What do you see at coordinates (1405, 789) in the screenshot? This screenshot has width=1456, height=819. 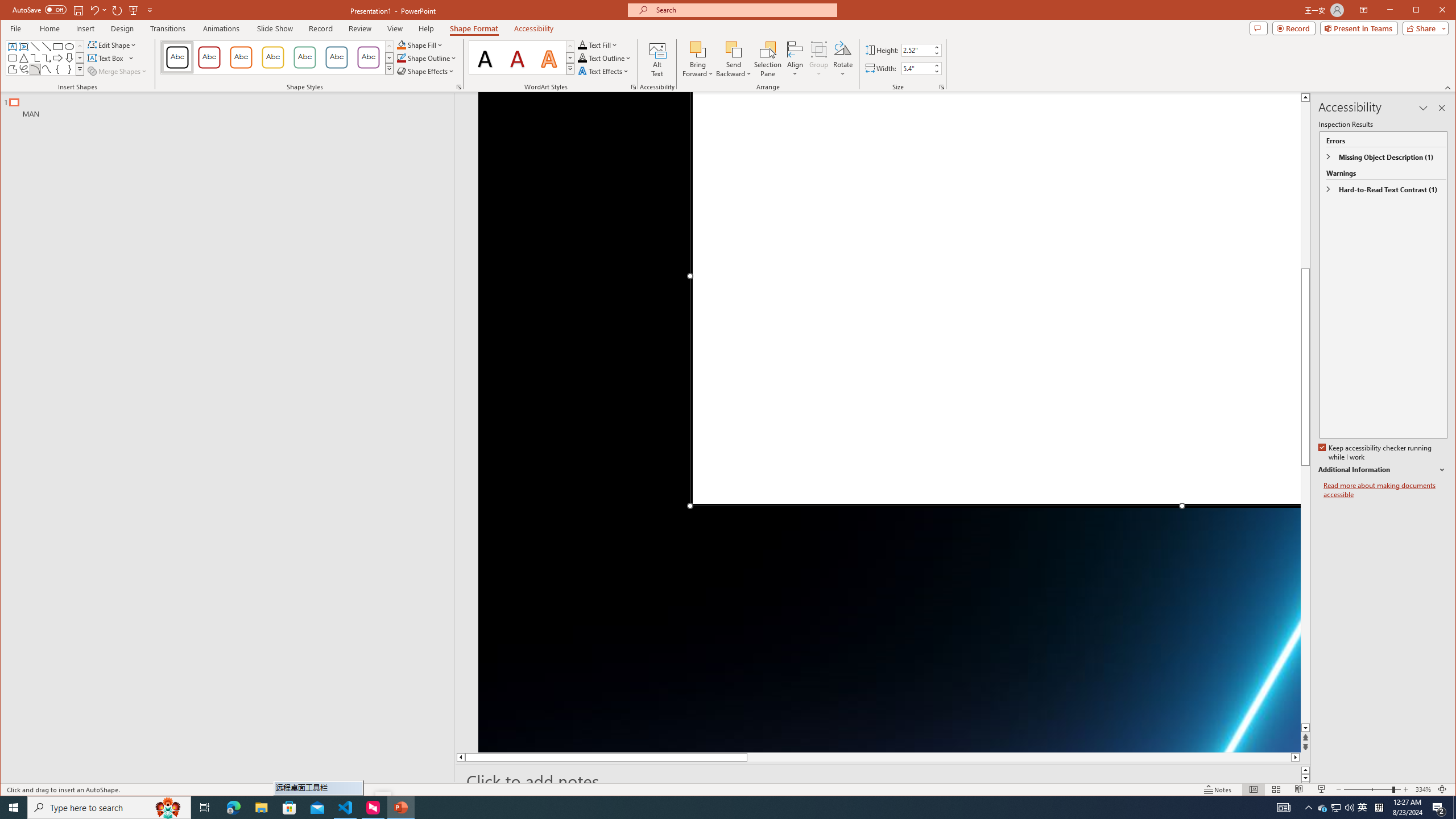 I see `'Zoom In'` at bounding box center [1405, 789].